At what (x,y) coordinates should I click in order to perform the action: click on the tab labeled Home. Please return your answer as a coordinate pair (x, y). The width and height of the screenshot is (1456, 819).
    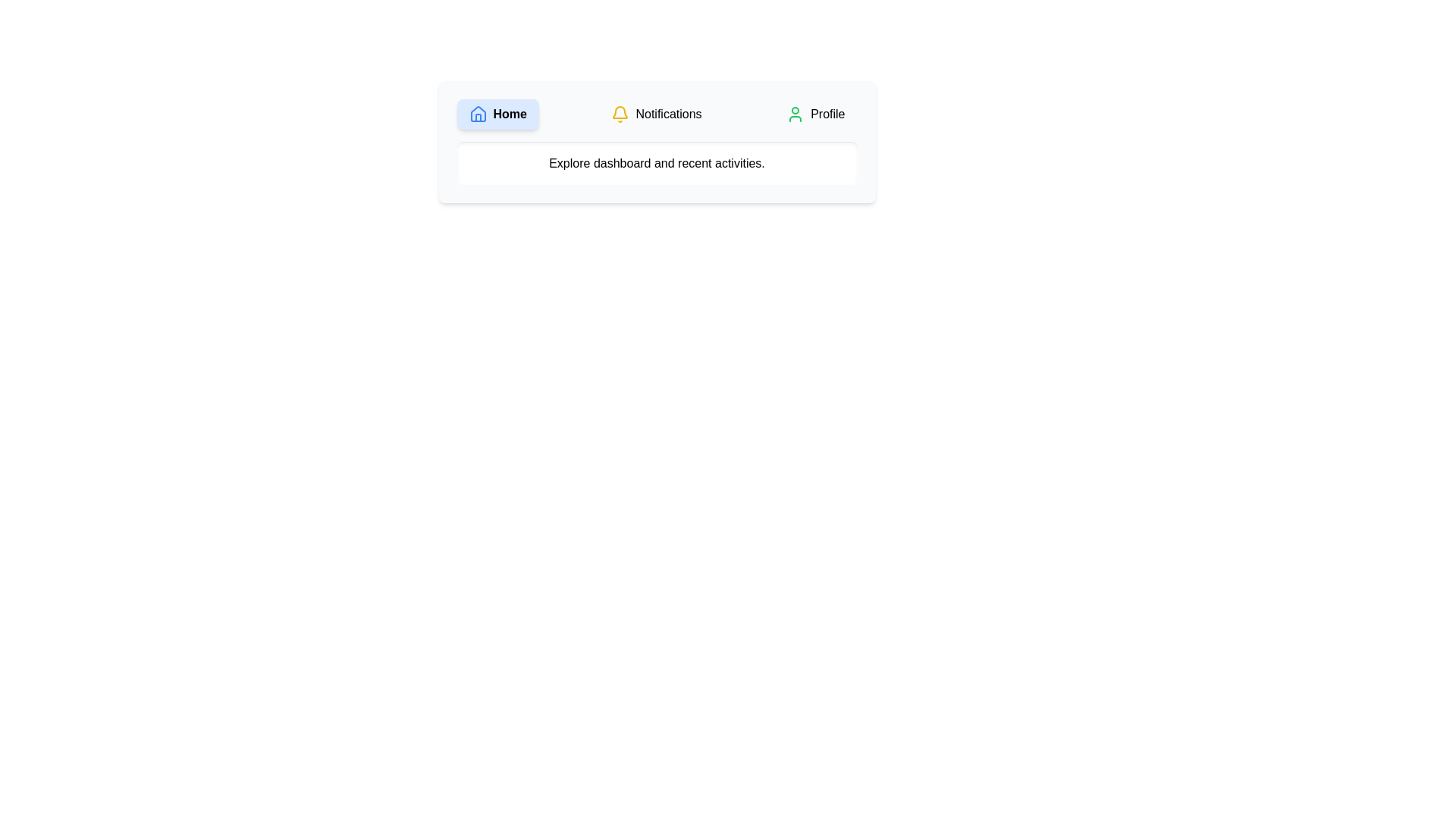
    Looking at the image, I should click on (497, 113).